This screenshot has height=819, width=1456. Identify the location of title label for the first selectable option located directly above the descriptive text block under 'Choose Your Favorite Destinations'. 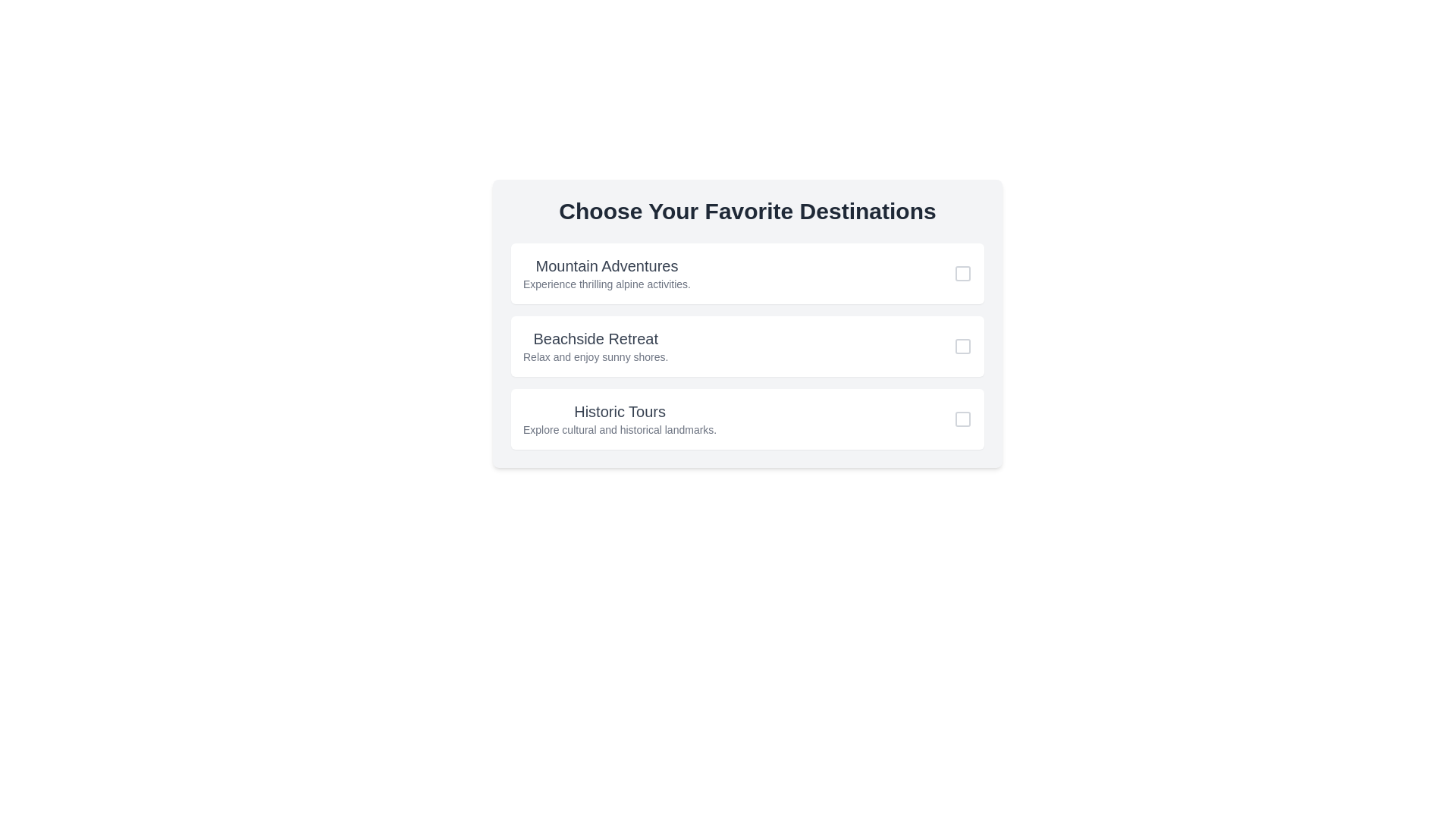
(607, 265).